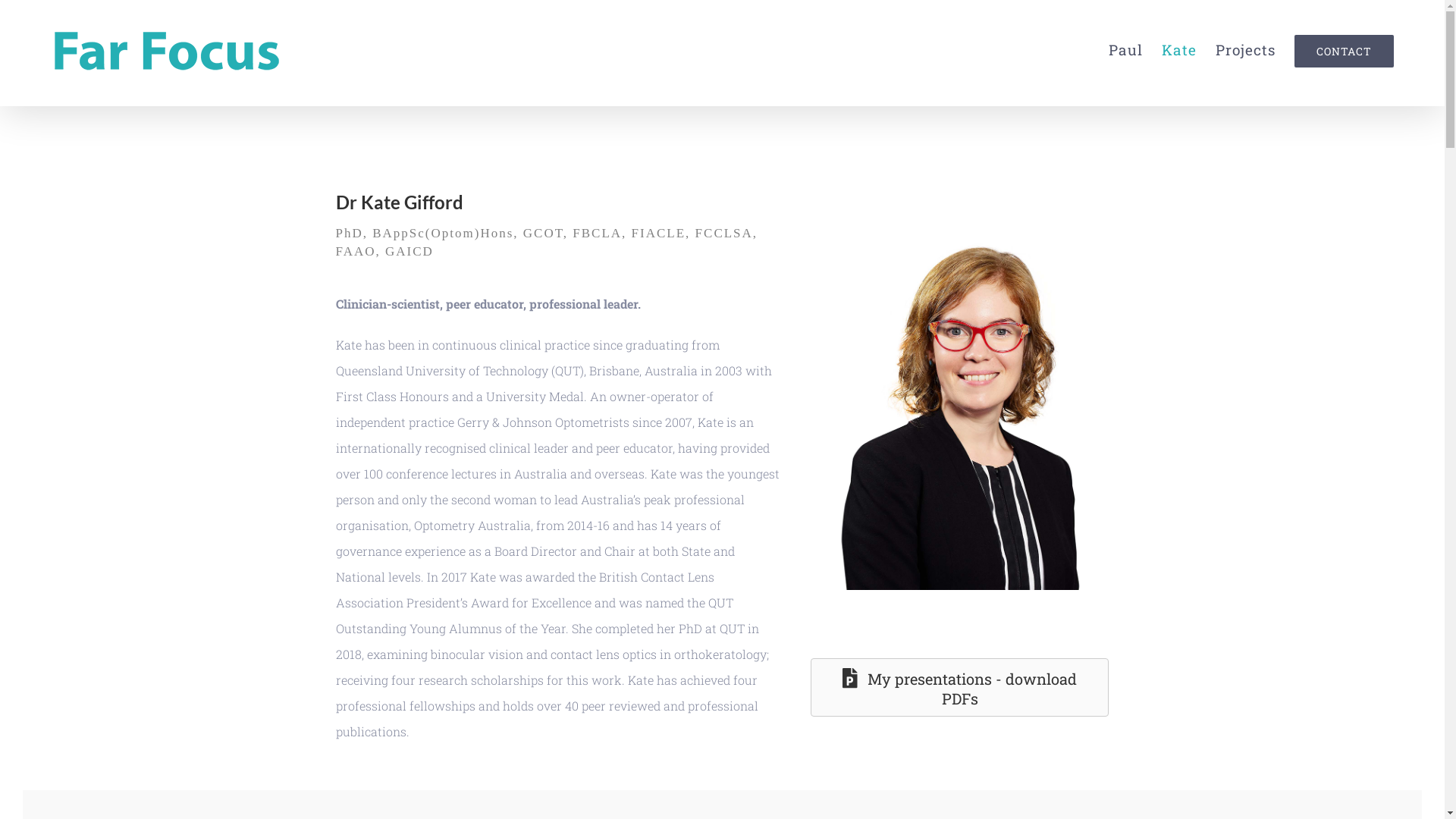 The height and width of the screenshot is (819, 1456). I want to click on 'Kate full profile', so click(979, 408).